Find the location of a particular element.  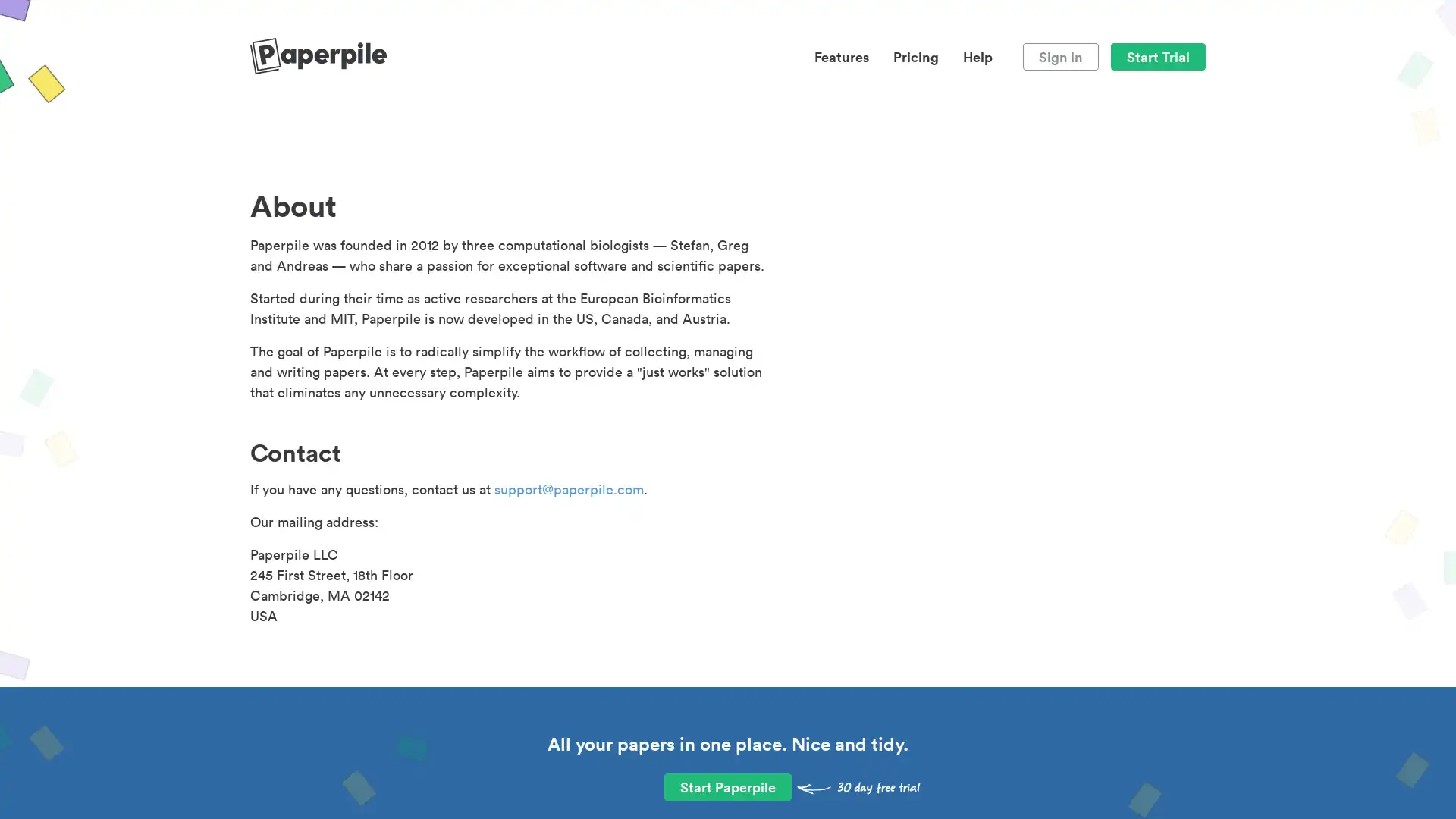

Start Paperpile is located at coordinates (728, 786).